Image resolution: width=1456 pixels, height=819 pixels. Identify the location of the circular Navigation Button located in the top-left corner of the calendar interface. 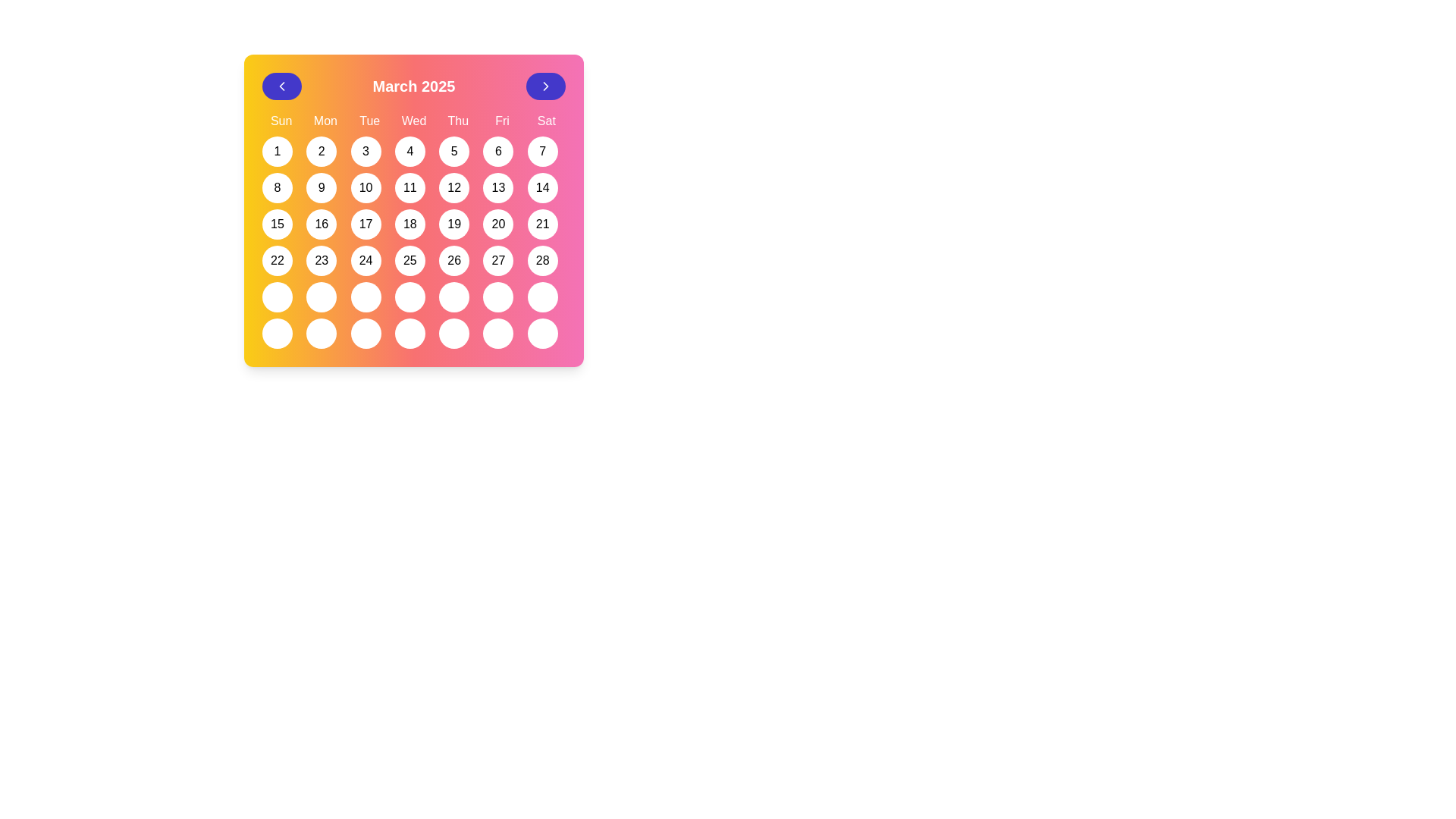
(282, 86).